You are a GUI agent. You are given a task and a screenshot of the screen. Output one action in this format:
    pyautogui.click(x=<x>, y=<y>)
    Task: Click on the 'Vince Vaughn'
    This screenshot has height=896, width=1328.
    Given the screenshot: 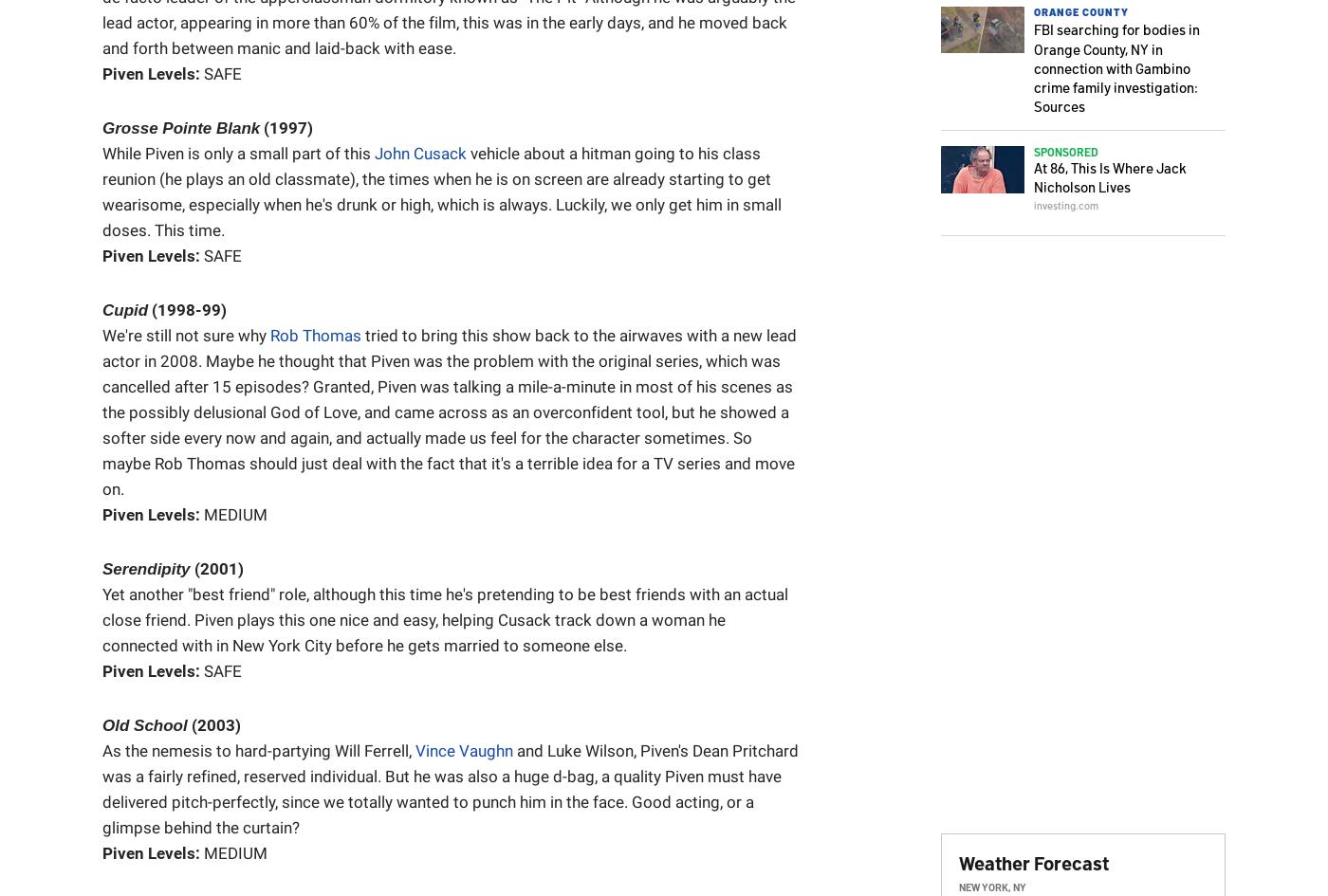 What is the action you would take?
    pyautogui.click(x=464, y=750)
    